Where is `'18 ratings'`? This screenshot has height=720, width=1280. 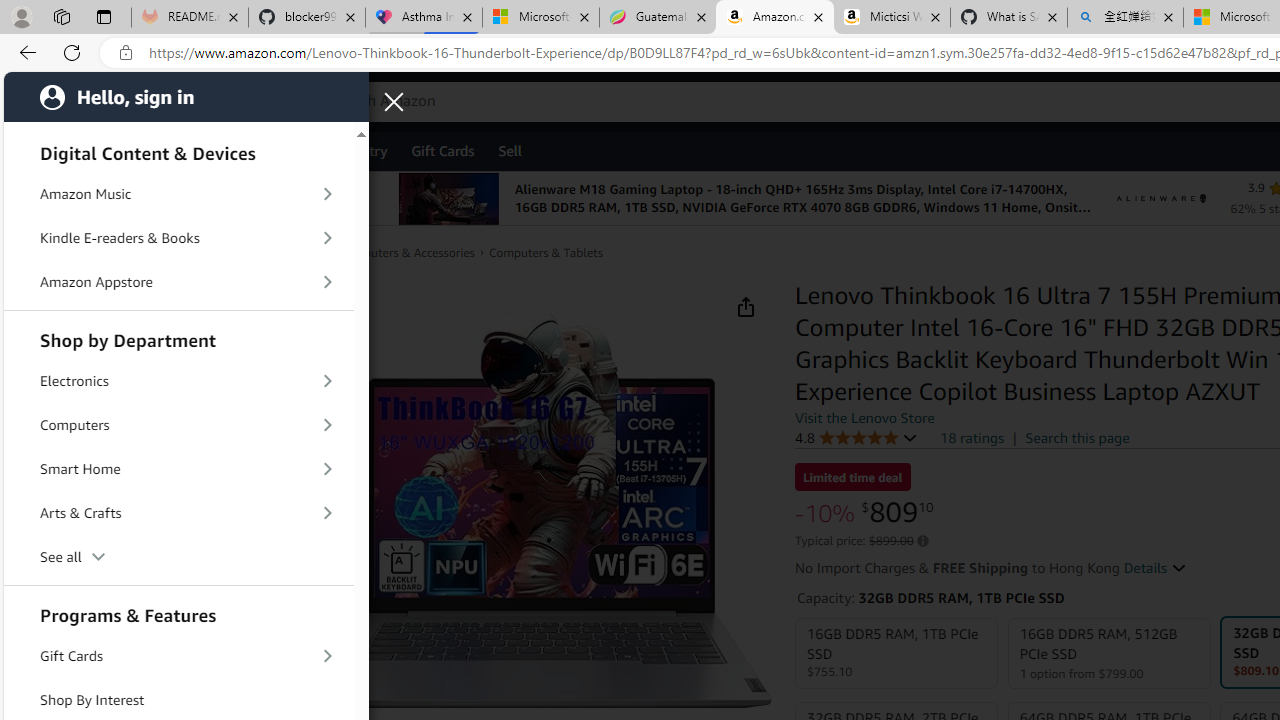
'18 ratings' is located at coordinates (972, 437).